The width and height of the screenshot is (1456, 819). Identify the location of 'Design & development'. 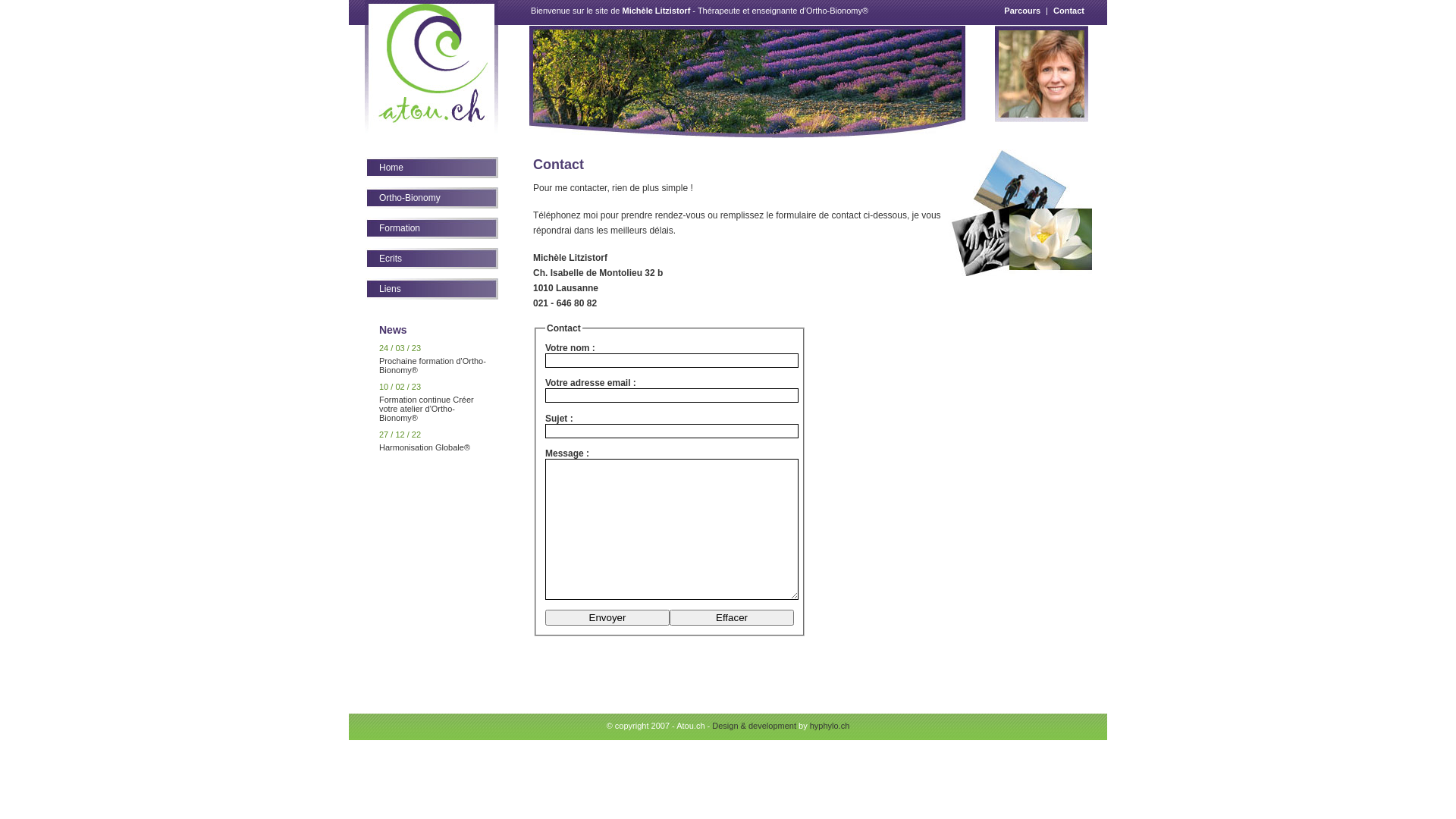
(754, 724).